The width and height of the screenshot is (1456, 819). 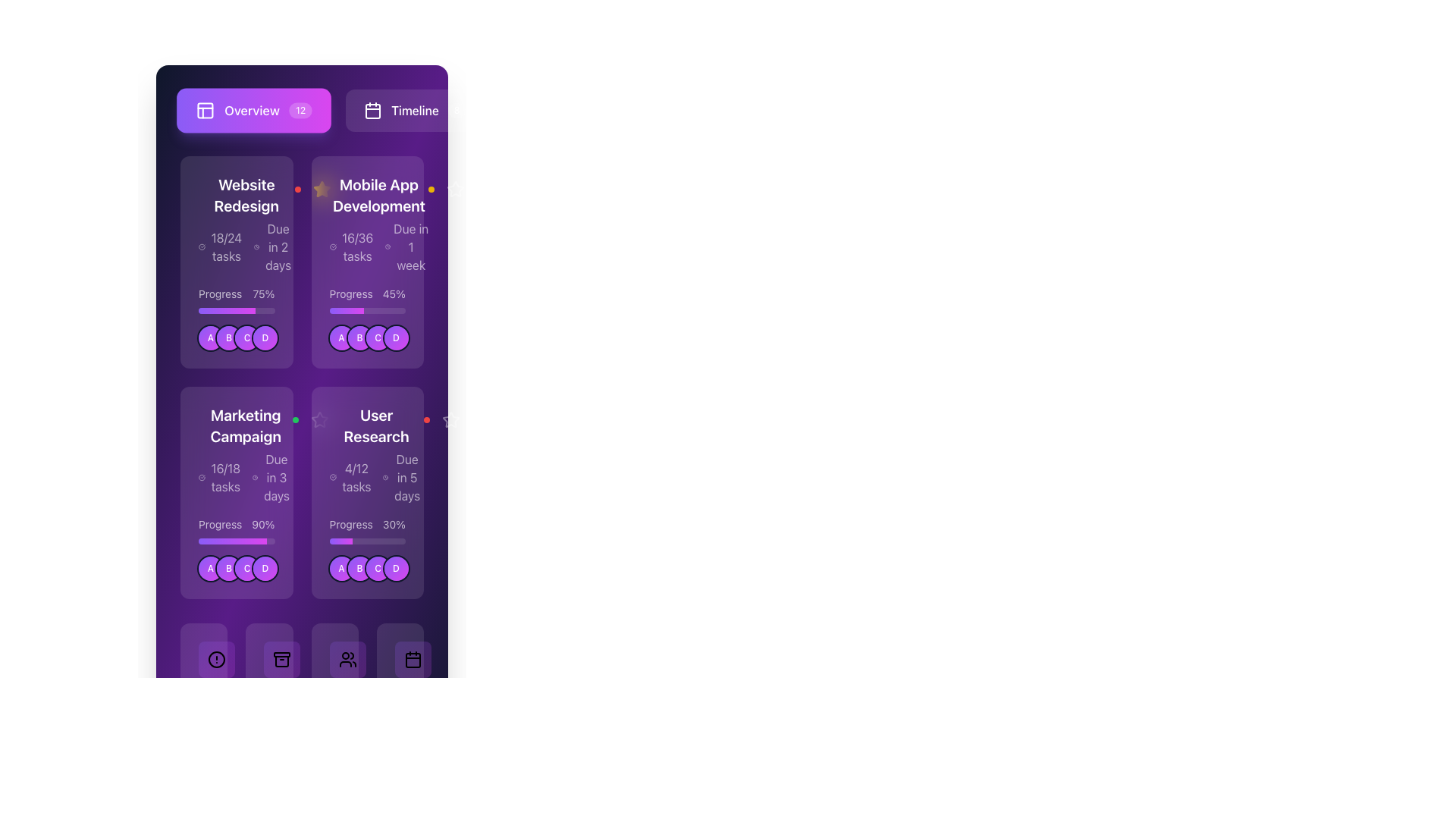 What do you see at coordinates (359, 568) in the screenshot?
I see `the circular avatar icon located` at bounding box center [359, 568].